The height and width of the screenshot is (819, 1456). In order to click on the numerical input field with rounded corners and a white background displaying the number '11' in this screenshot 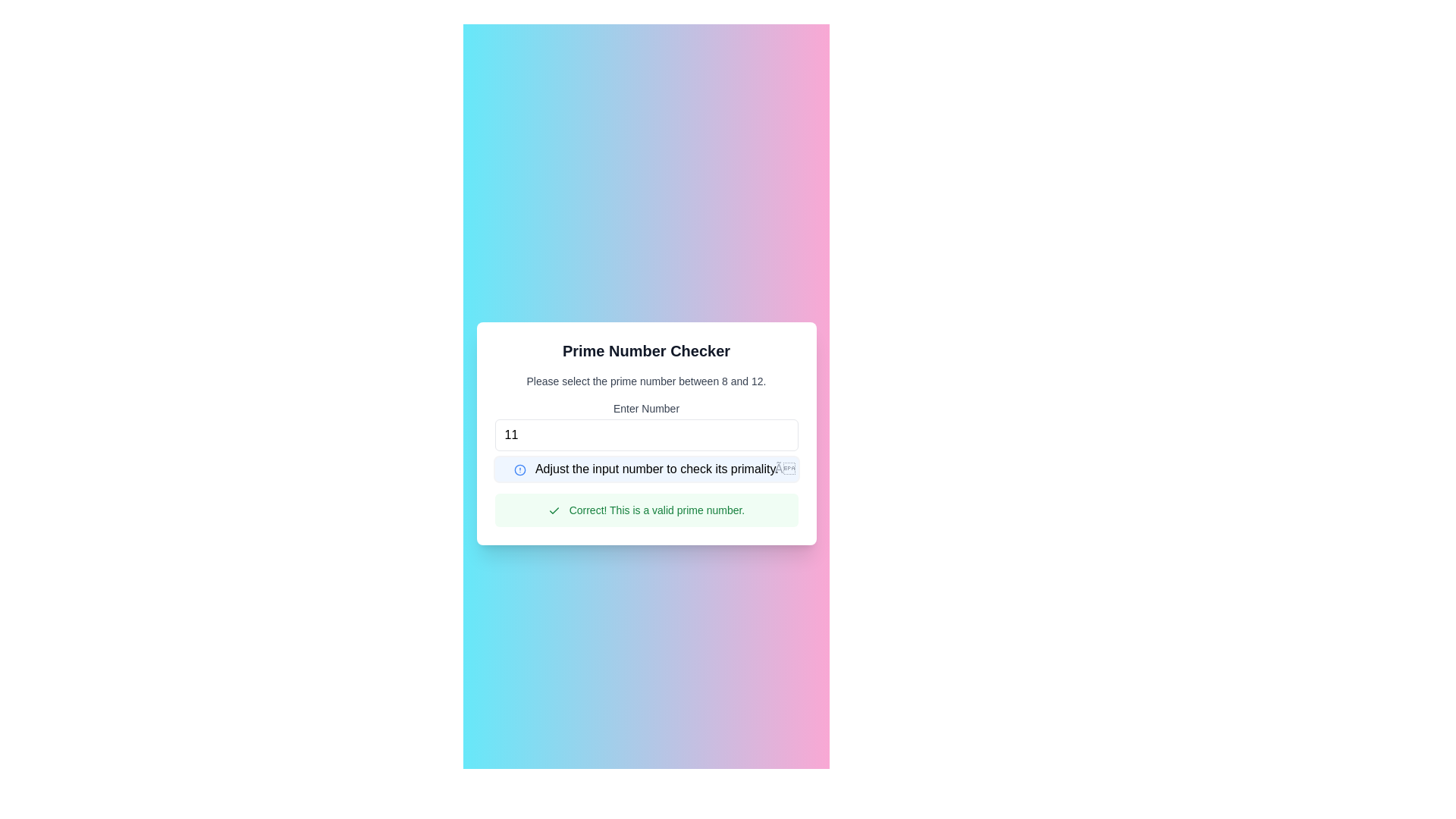, I will do `click(646, 435)`.